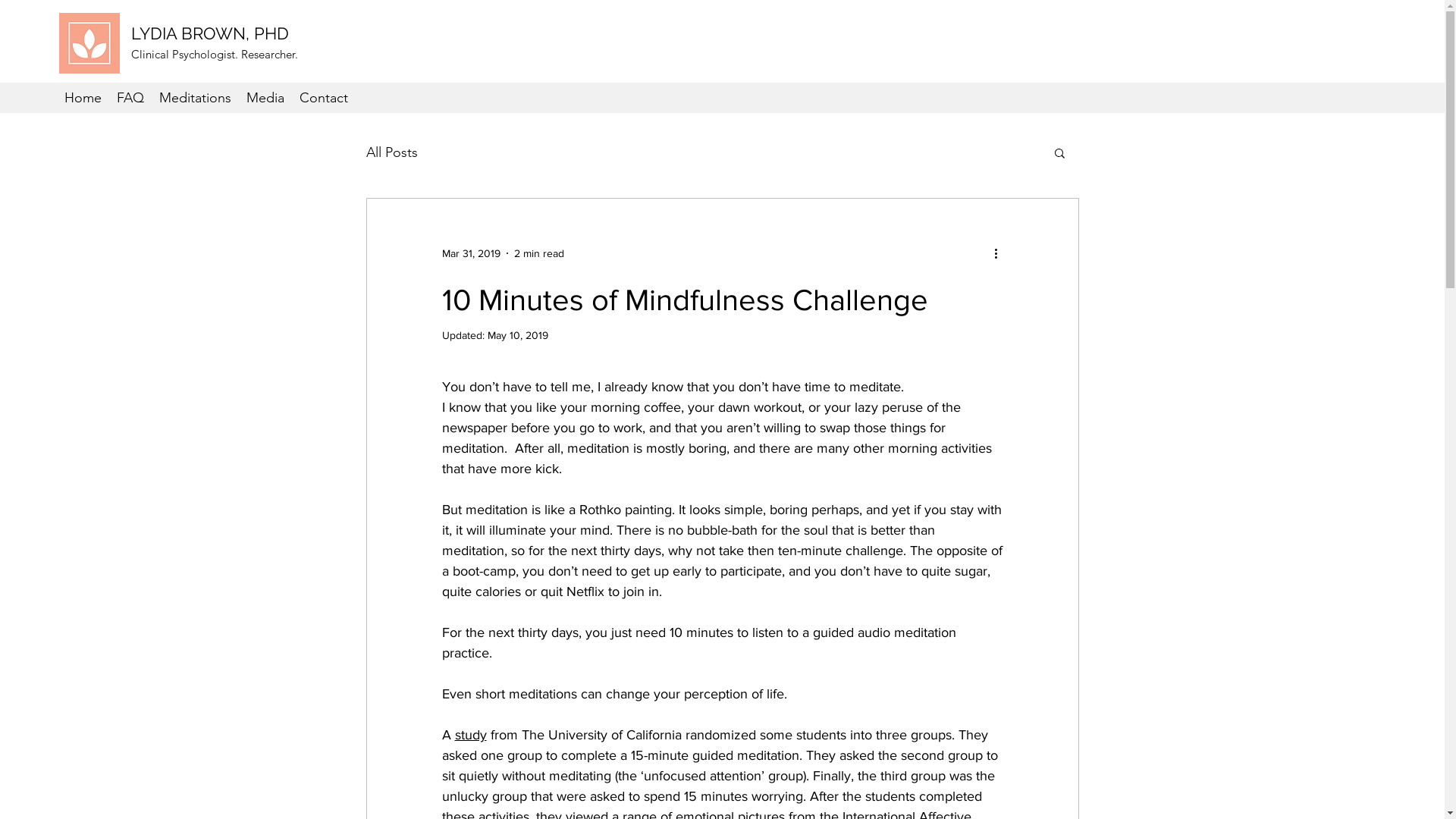 The width and height of the screenshot is (1456, 819). Describe the element at coordinates (209, 33) in the screenshot. I see `'LYDIA BROWN, PHD'` at that location.